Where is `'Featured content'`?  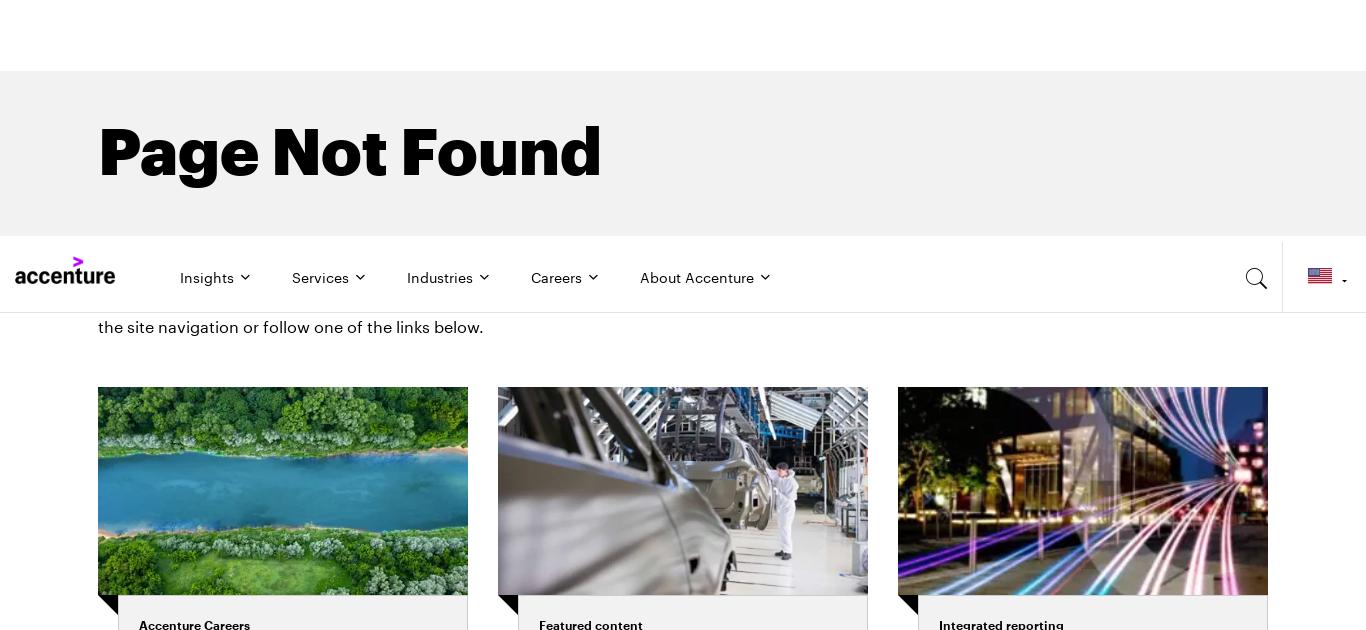 'Featured content' is located at coordinates (588, 382).